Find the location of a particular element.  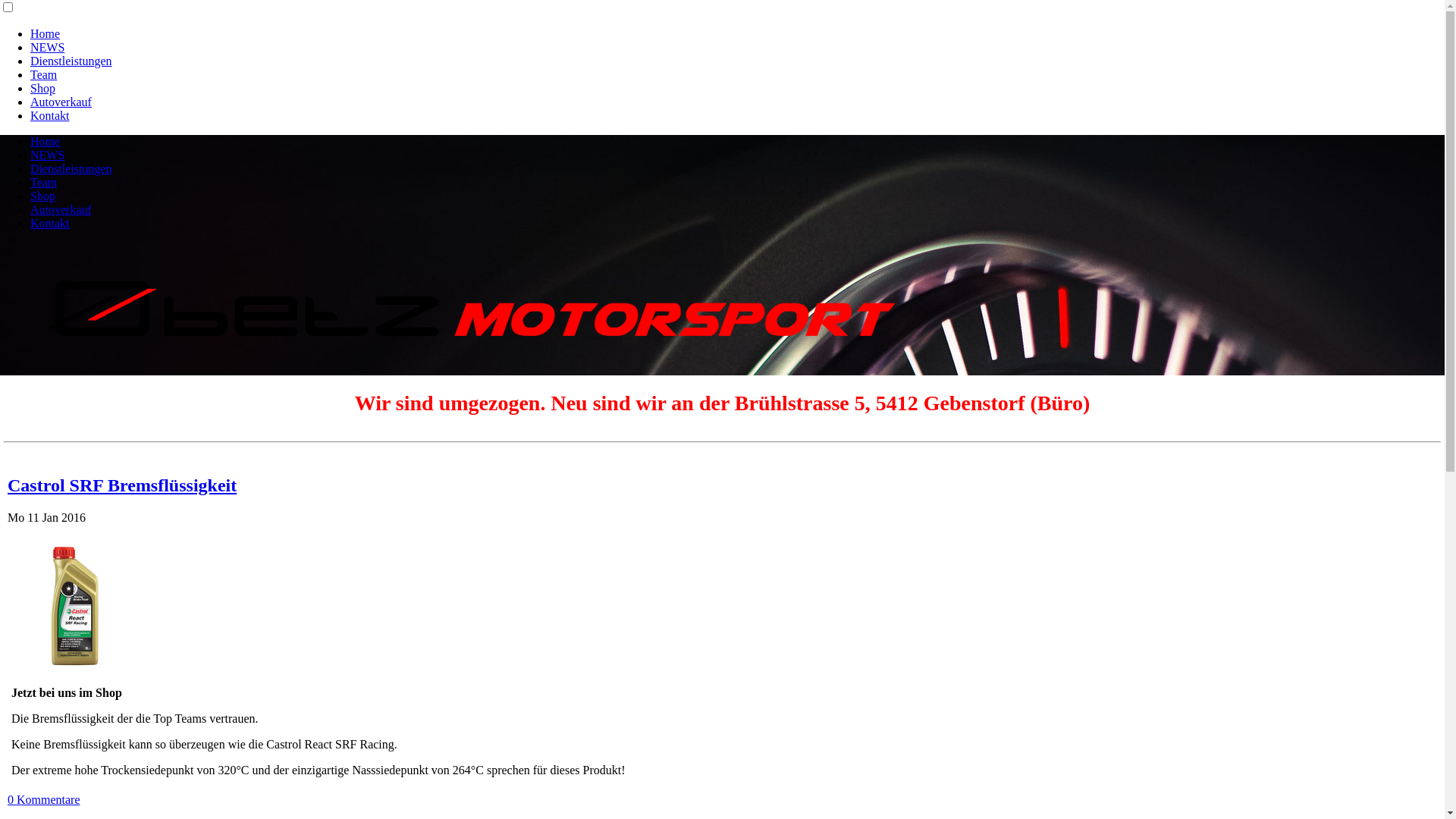

'Home' is located at coordinates (30, 141).